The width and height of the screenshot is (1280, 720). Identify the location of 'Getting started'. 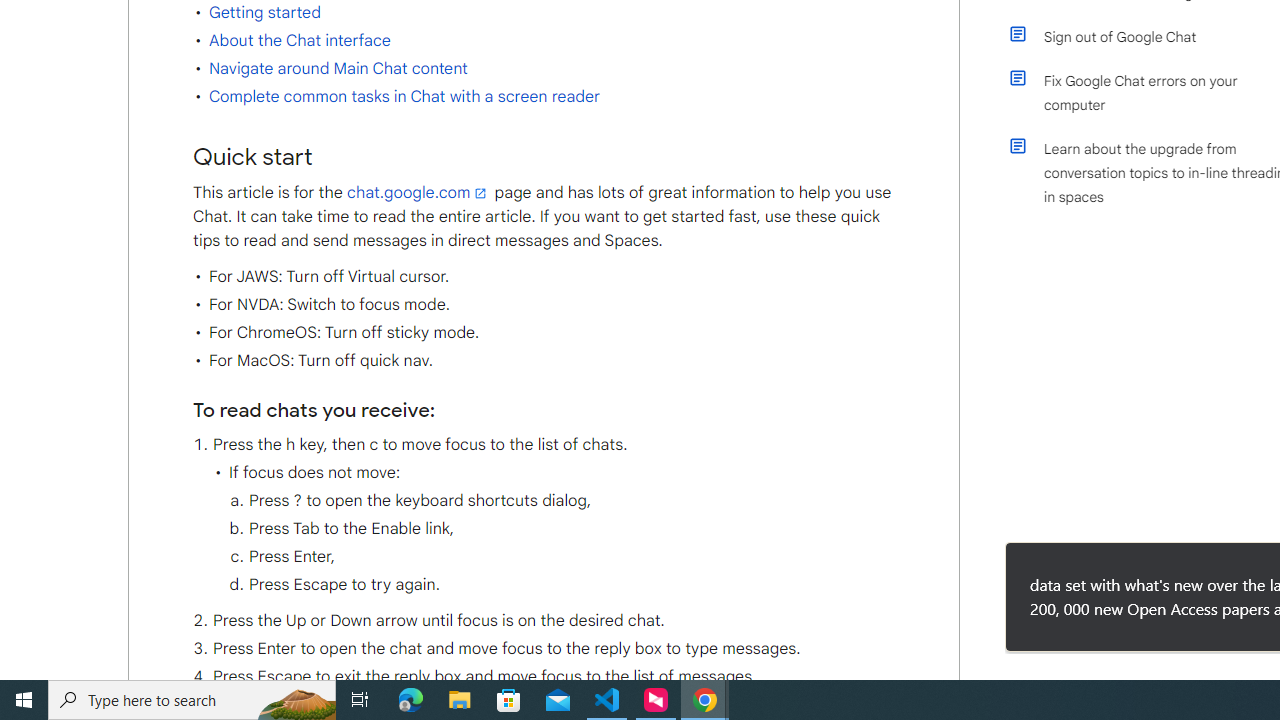
(263, 12).